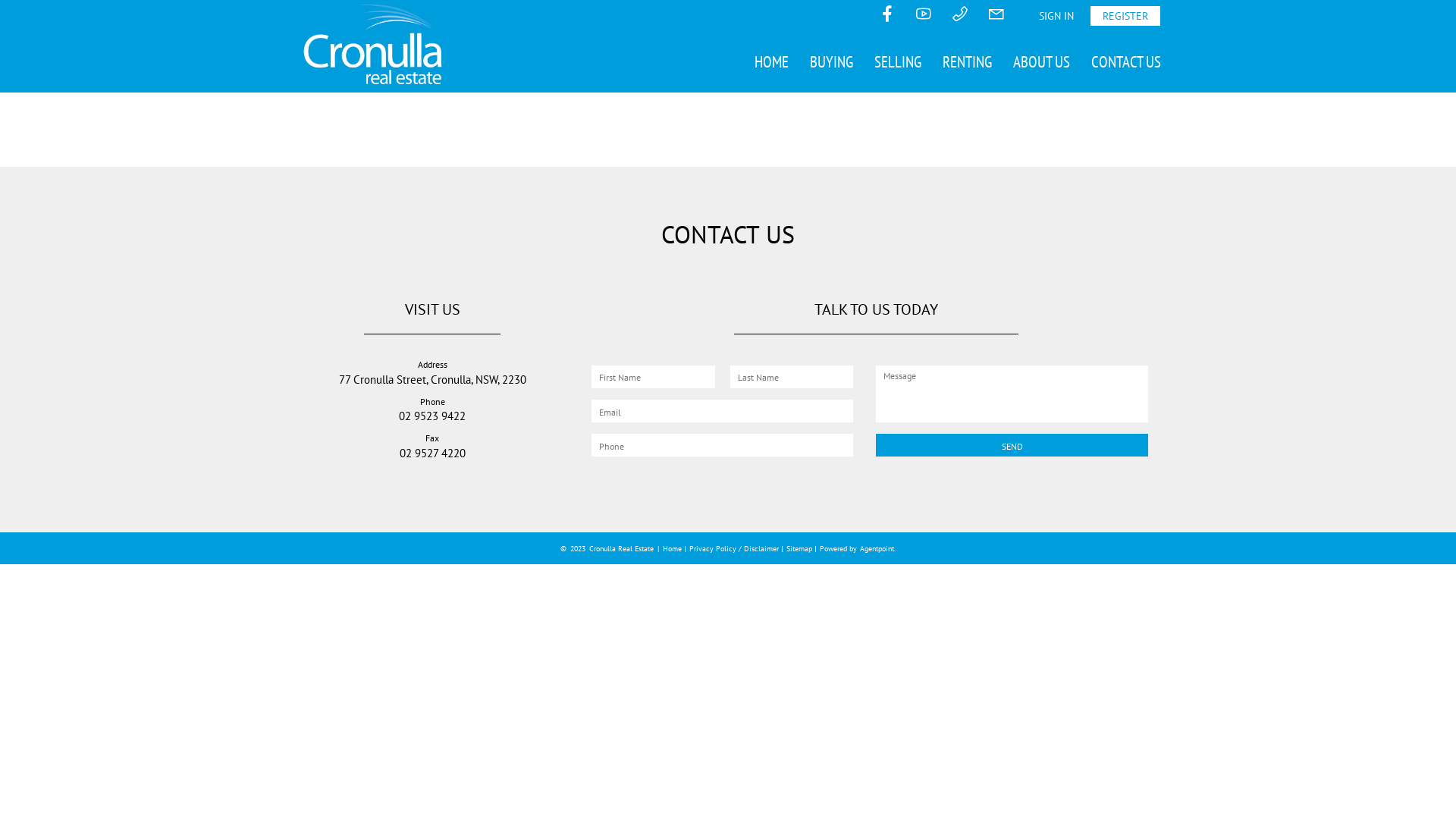 The width and height of the screenshot is (1456, 819). What do you see at coordinates (898, 61) in the screenshot?
I see `'SELLING'` at bounding box center [898, 61].